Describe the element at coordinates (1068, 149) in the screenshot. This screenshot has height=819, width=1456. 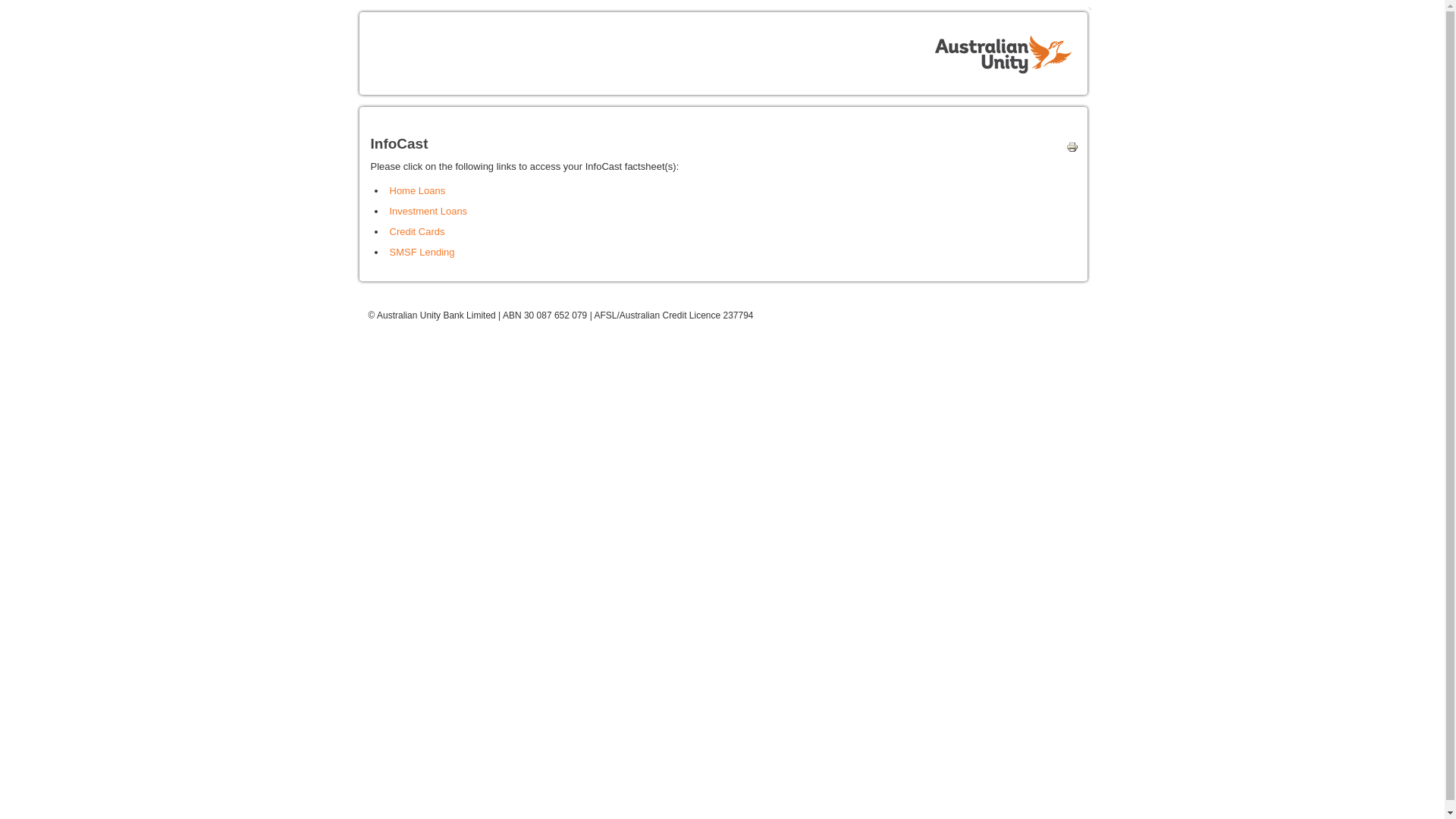
I see `'Print'` at that location.